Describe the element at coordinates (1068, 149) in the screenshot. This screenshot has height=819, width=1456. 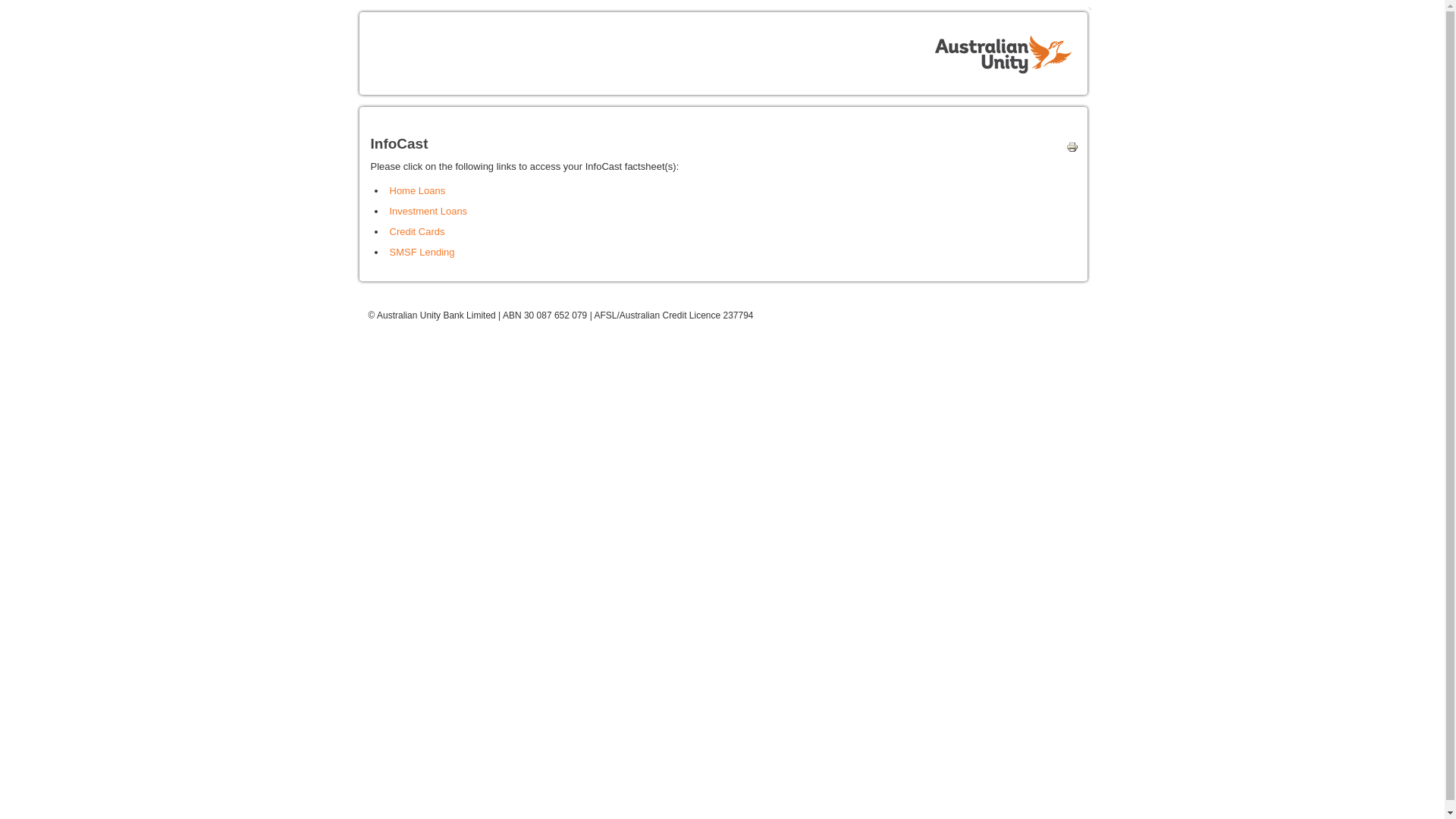
I see `'Print'` at that location.